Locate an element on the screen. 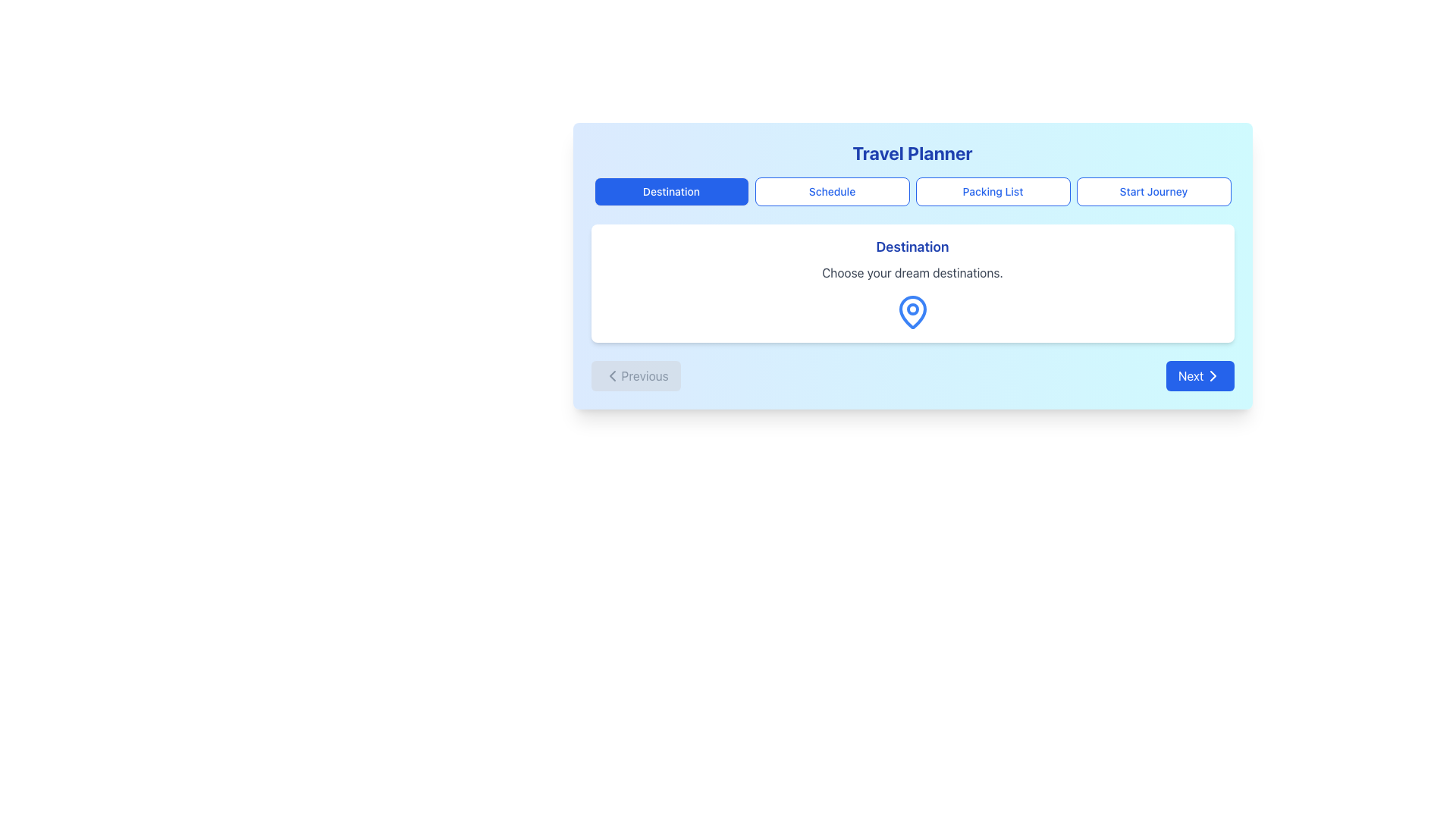 Image resolution: width=1456 pixels, height=819 pixels. the text label displaying 'Schedule' in blue, centrally located within the navigation bar's button component is located at coordinates (831, 191).